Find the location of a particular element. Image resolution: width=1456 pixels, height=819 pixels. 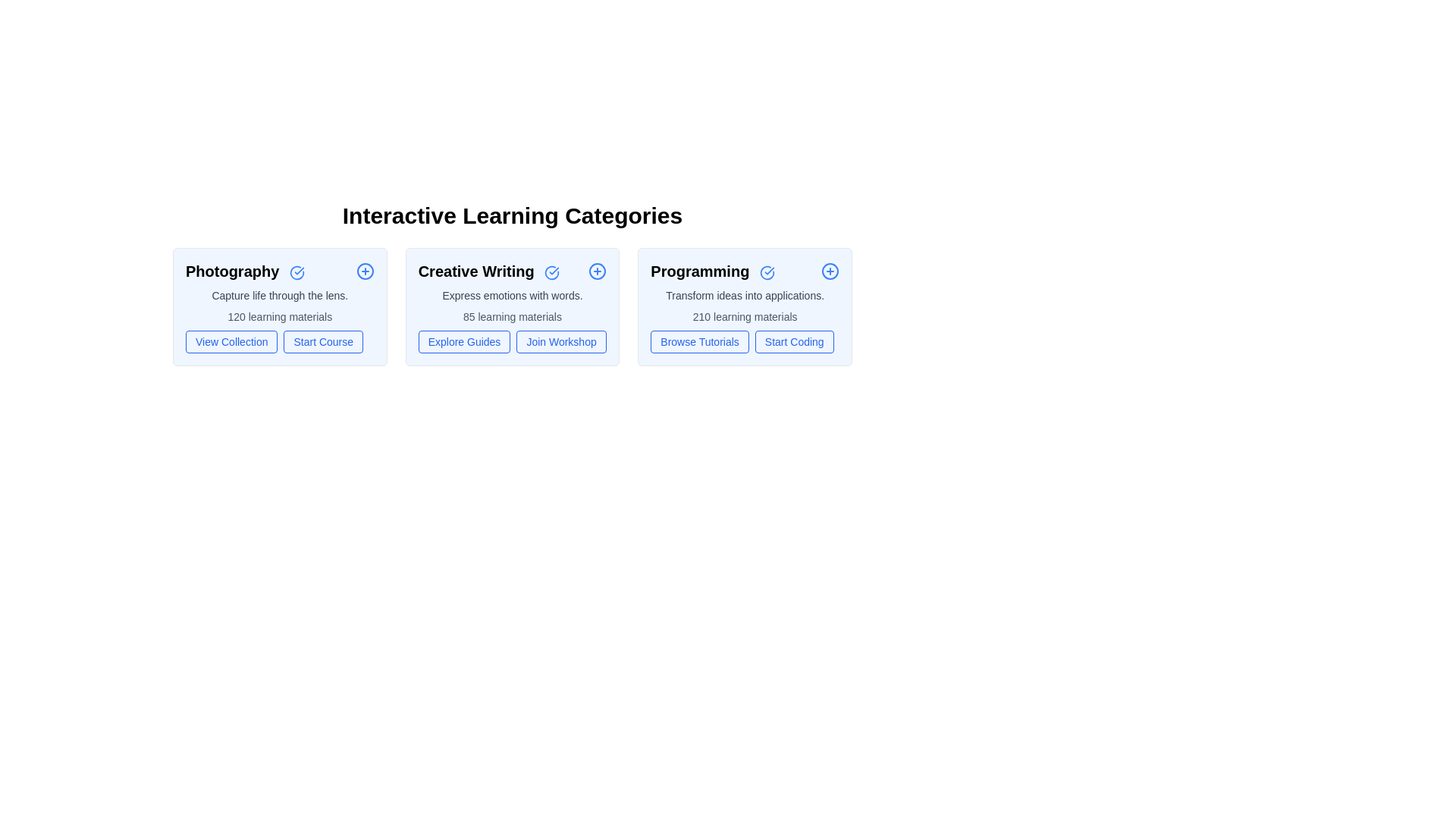

the category card for Photography is located at coordinates (280, 307).